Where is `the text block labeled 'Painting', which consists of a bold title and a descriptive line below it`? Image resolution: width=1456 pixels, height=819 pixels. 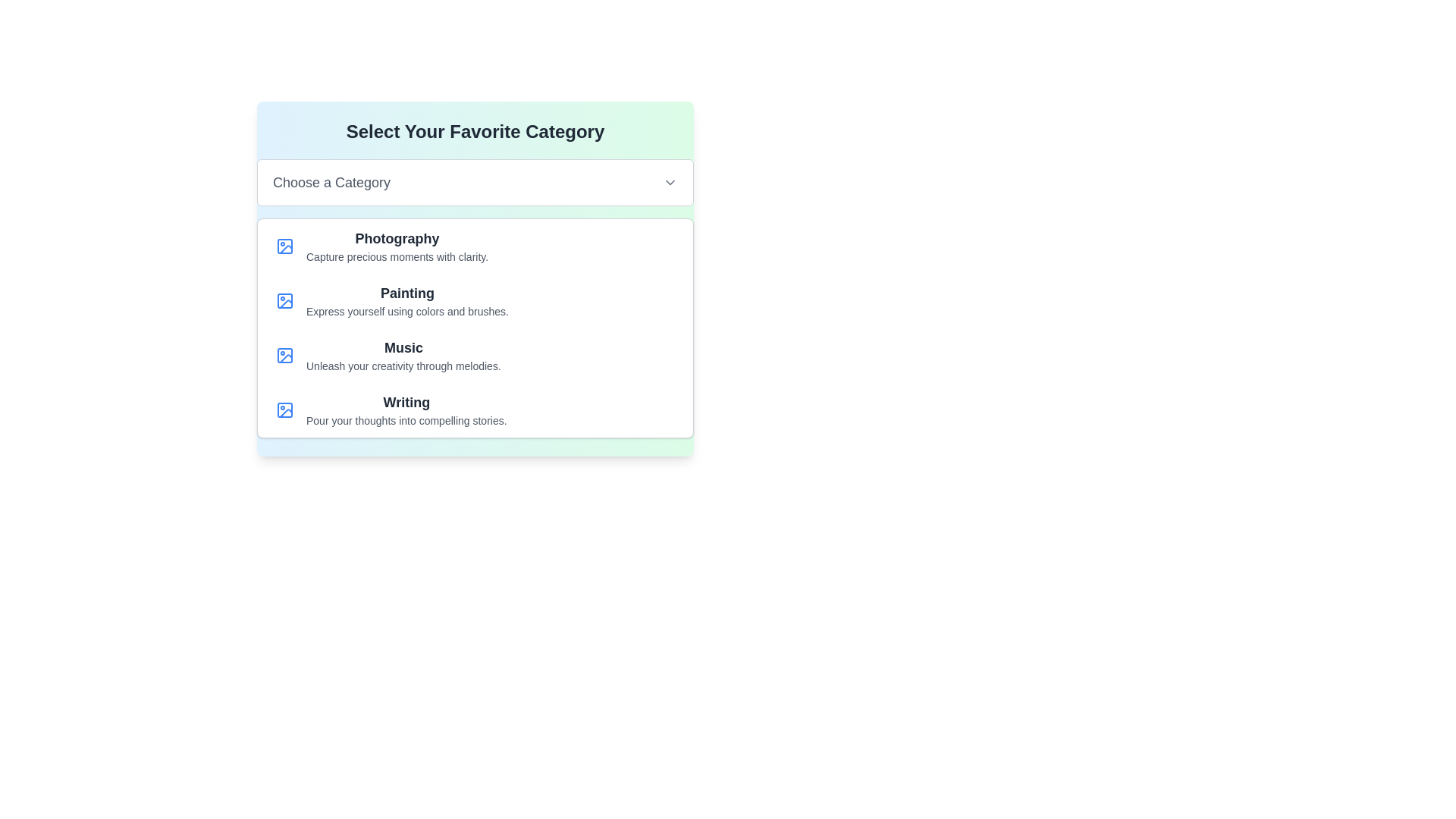
the text block labeled 'Painting', which consists of a bold title and a descriptive line below it is located at coordinates (407, 301).